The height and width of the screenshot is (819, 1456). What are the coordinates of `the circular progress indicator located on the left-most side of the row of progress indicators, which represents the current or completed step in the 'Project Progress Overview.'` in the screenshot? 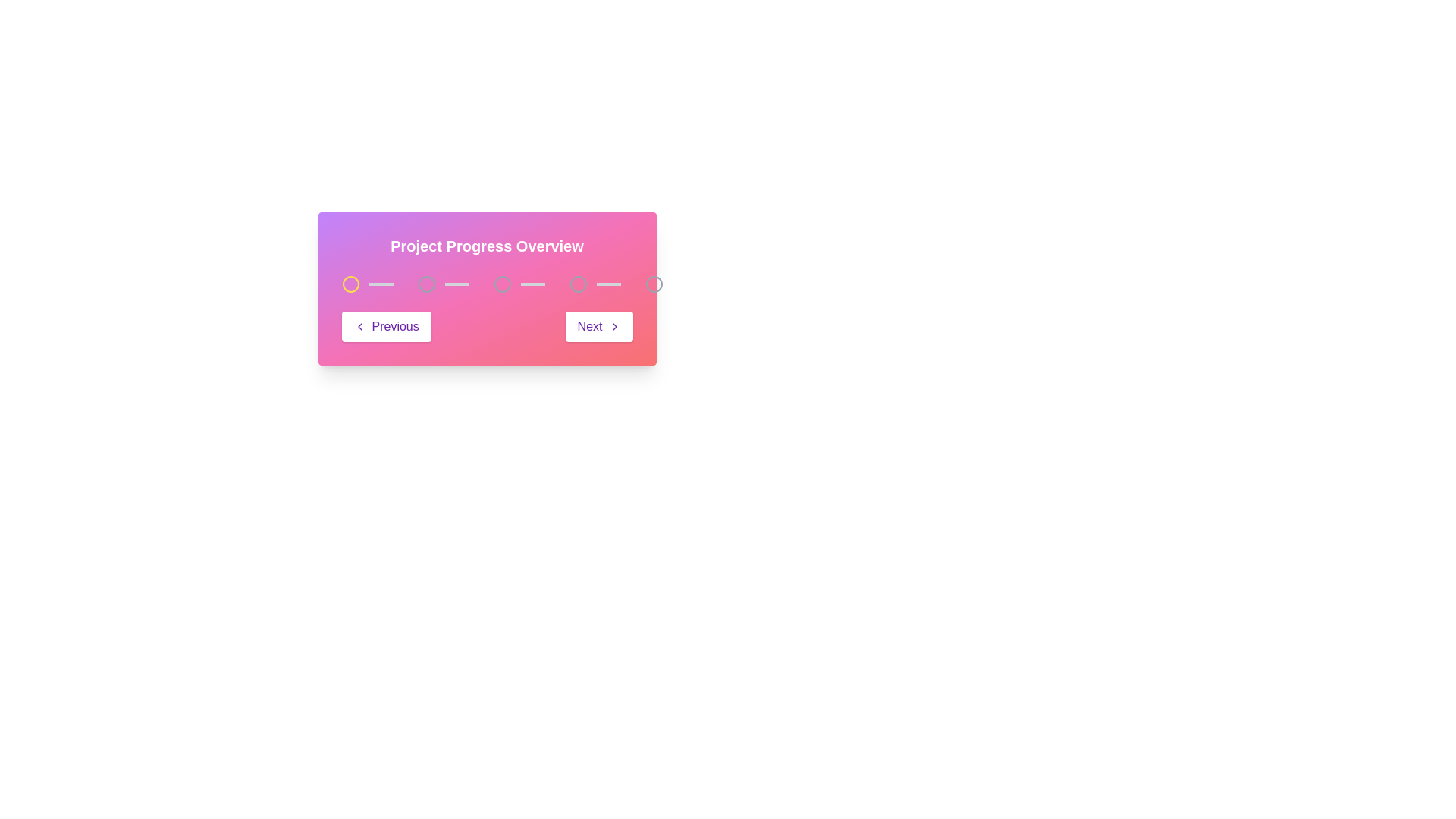 It's located at (350, 284).